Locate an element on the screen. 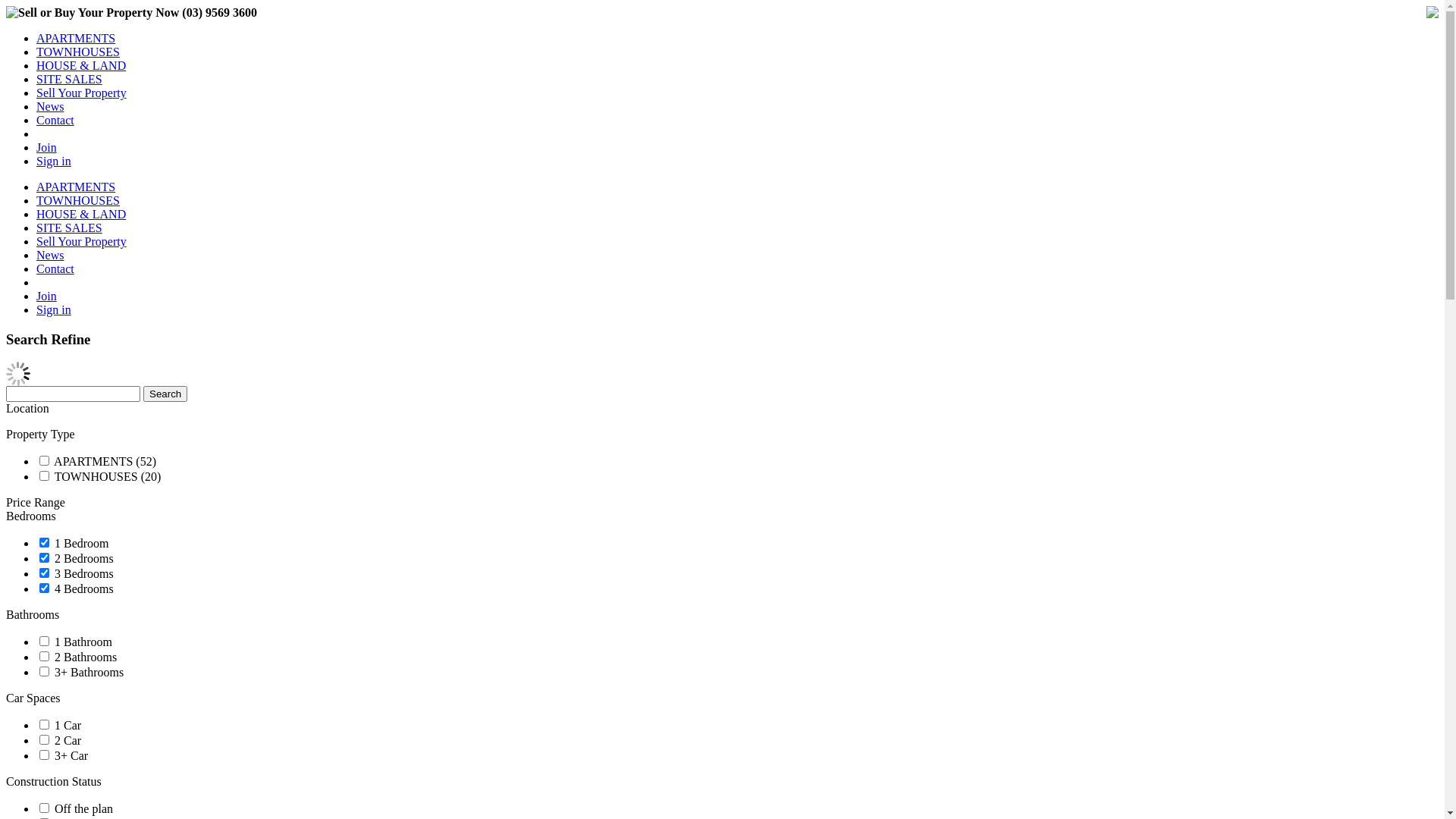  'APARTMENTS' is located at coordinates (75, 37).